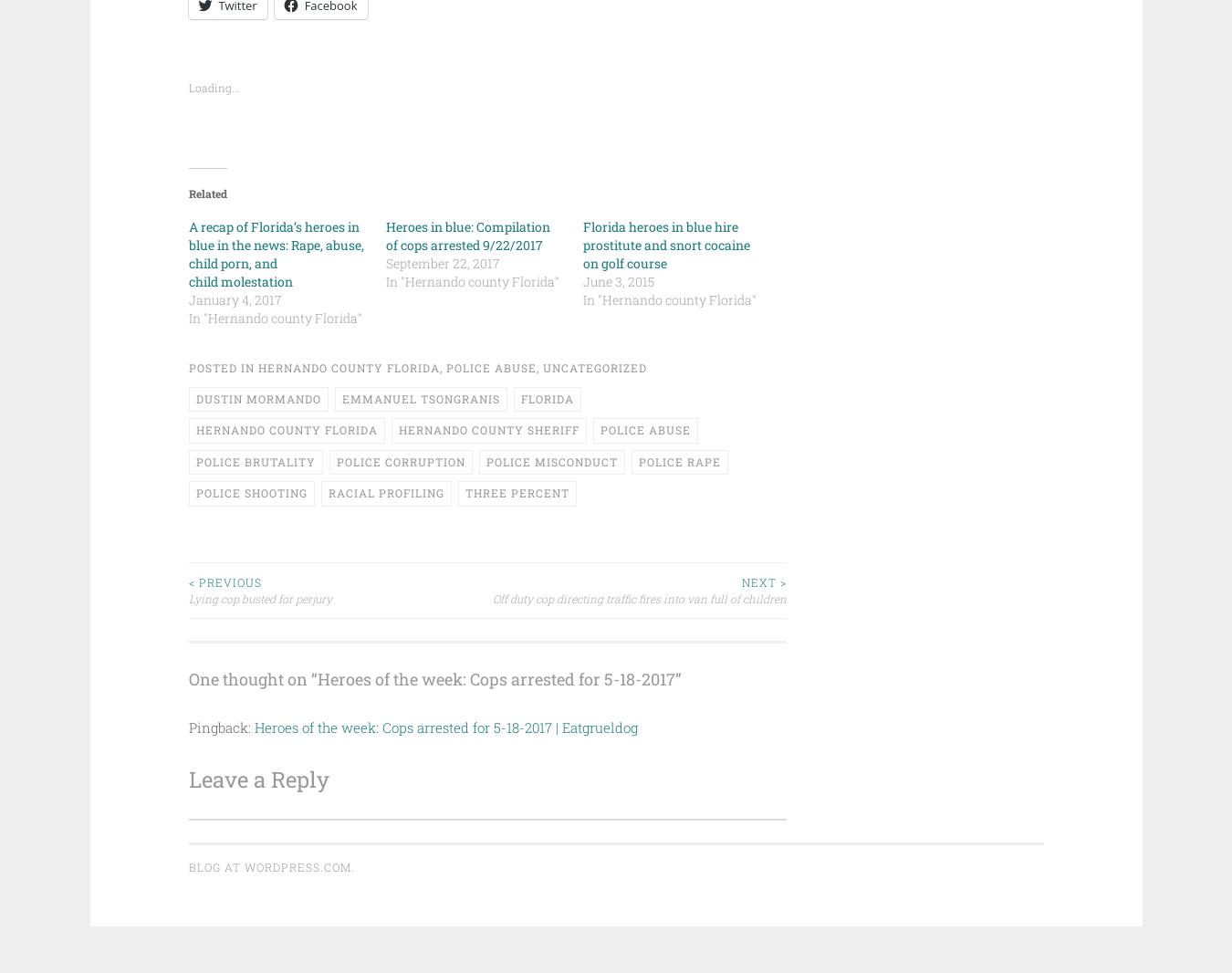 This screenshot has width=1232, height=973. What do you see at coordinates (212, 85) in the screenshot?
I see `'Loading...'` at bounding box center [212, 85].